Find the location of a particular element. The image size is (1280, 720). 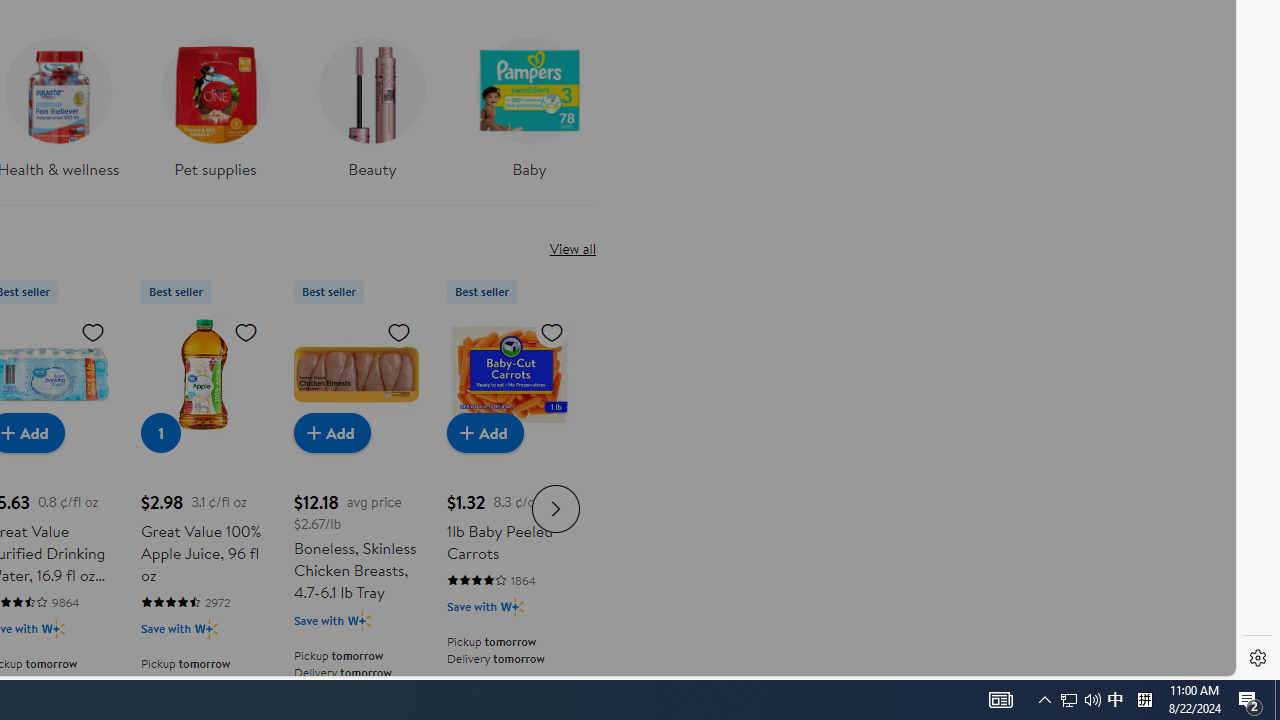

'Boneless, Skinless Chicken Breasts, 4.7-6.1 lb Tray' is located at coordinates (356, 374).